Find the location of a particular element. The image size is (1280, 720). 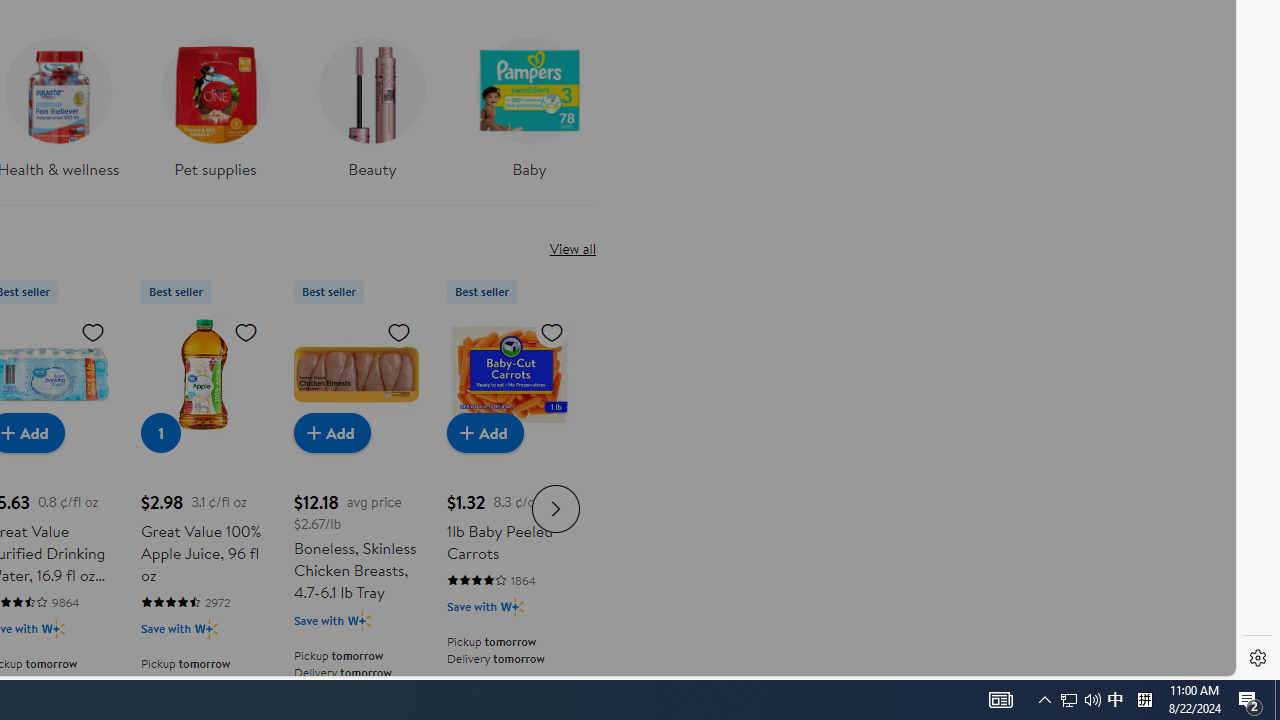

'Boneless, Skinless Chicken Breasts, 4.7-6.1 lb Tray' is located at coordinates (356, 374).